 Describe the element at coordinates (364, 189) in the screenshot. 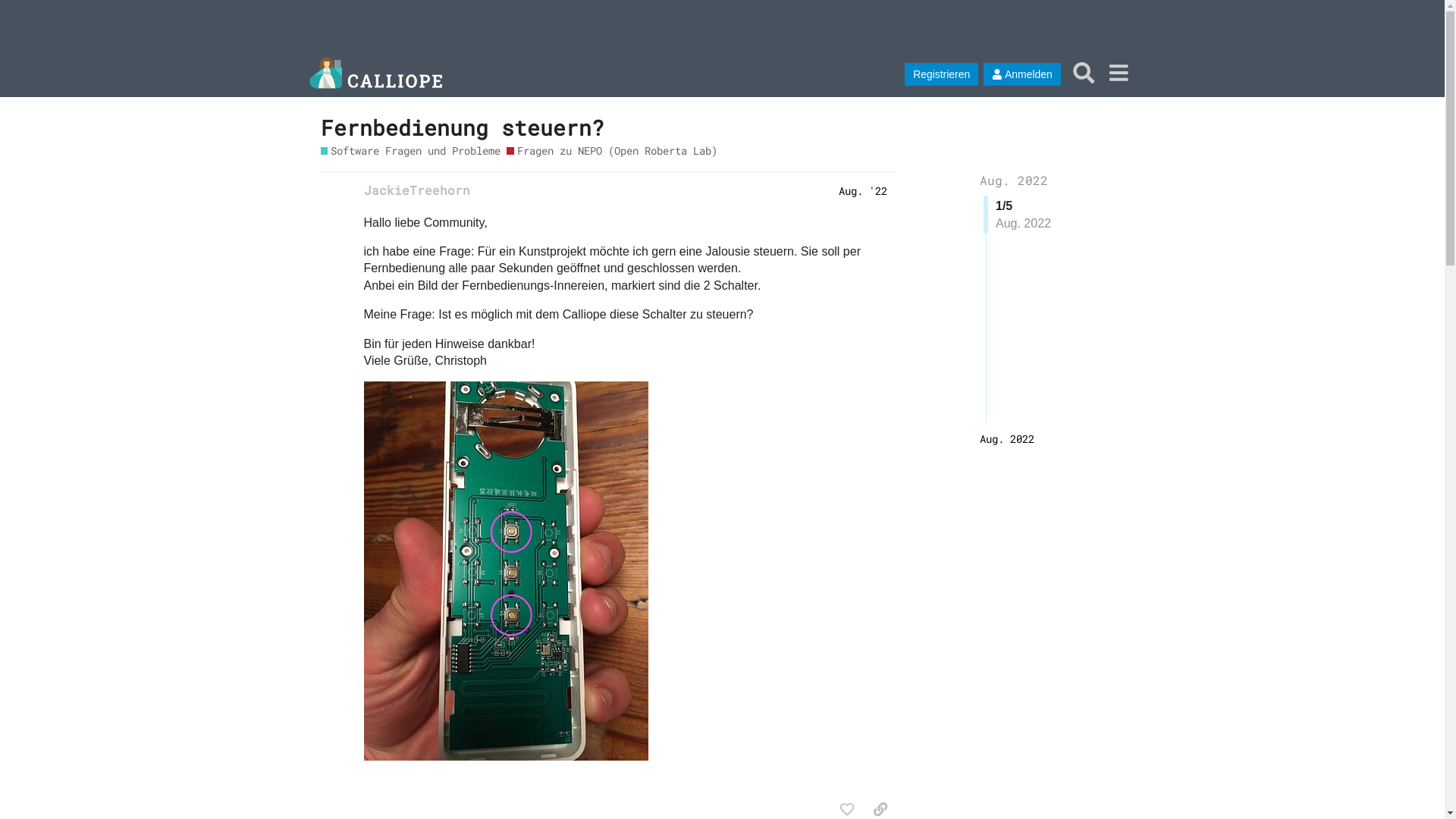

I see `'JackieTreehorn'` at that location.